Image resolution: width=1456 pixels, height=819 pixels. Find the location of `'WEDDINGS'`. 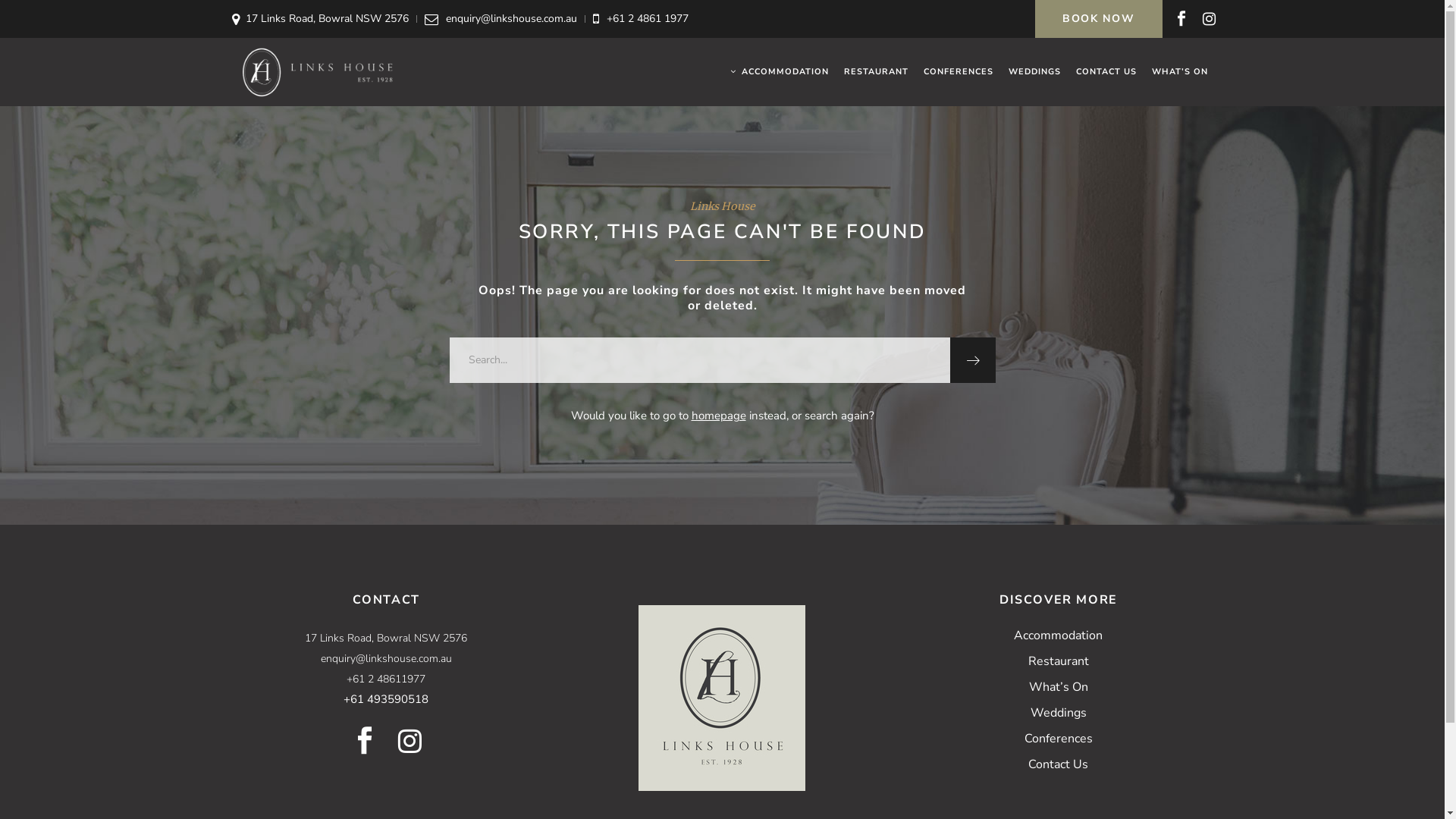

'WEDDINGS' is located at coordinates (1034, 72).